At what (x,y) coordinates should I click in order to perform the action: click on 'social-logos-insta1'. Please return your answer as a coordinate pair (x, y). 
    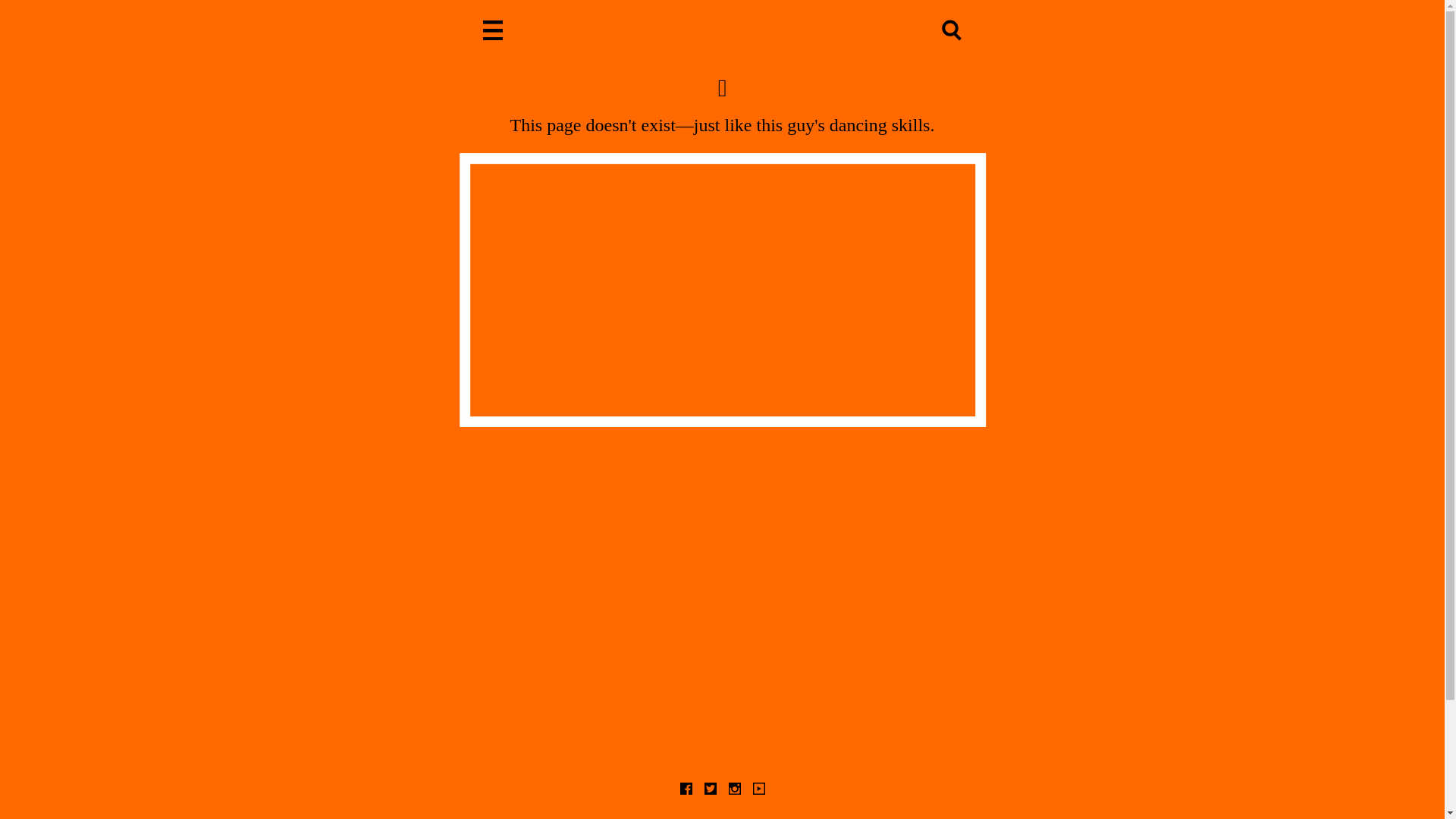
    Looking at the image, I should click on (734, 789).